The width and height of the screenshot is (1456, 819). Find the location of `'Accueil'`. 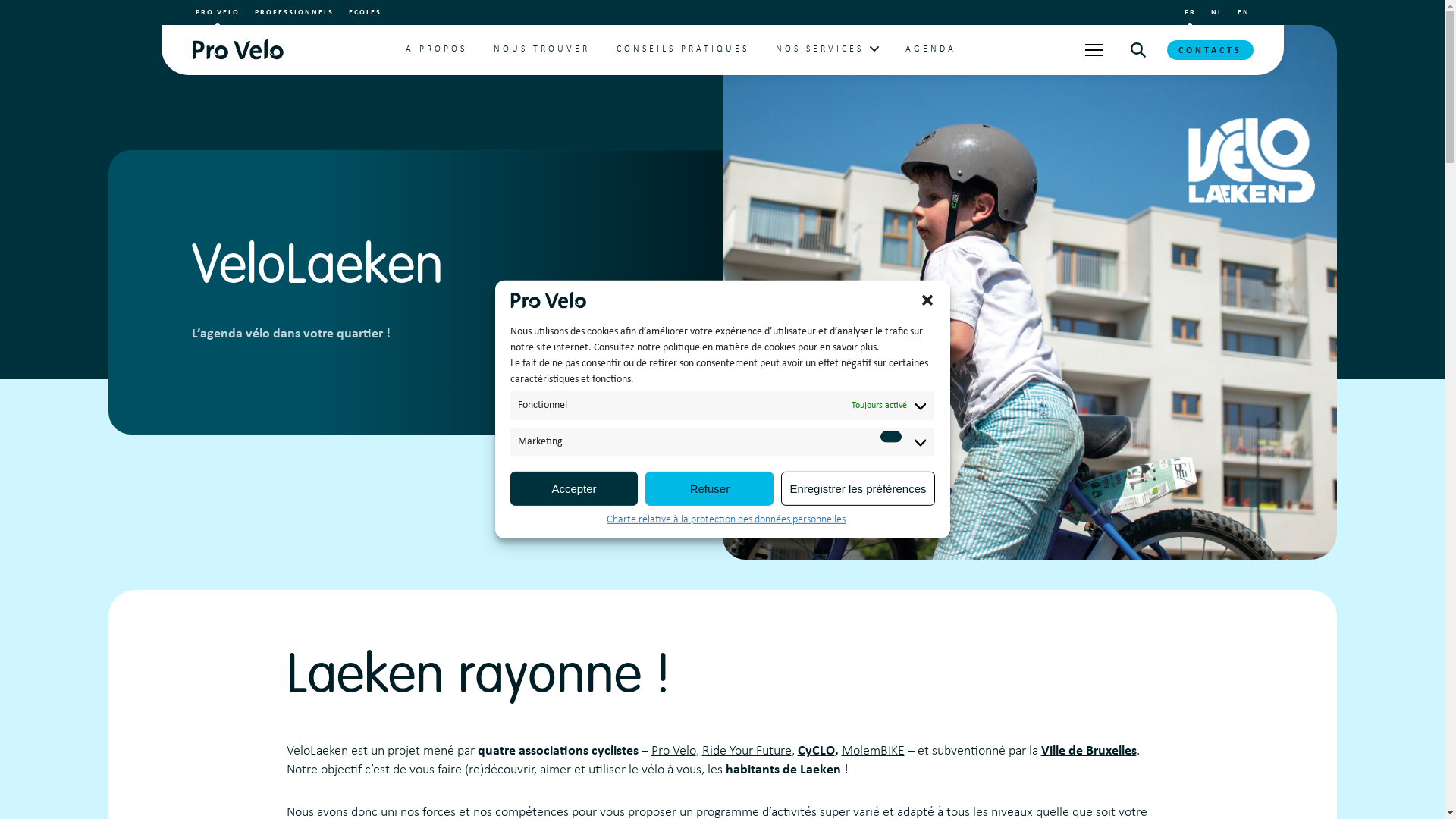

'Accueil' is located at coordinates (236, 49).